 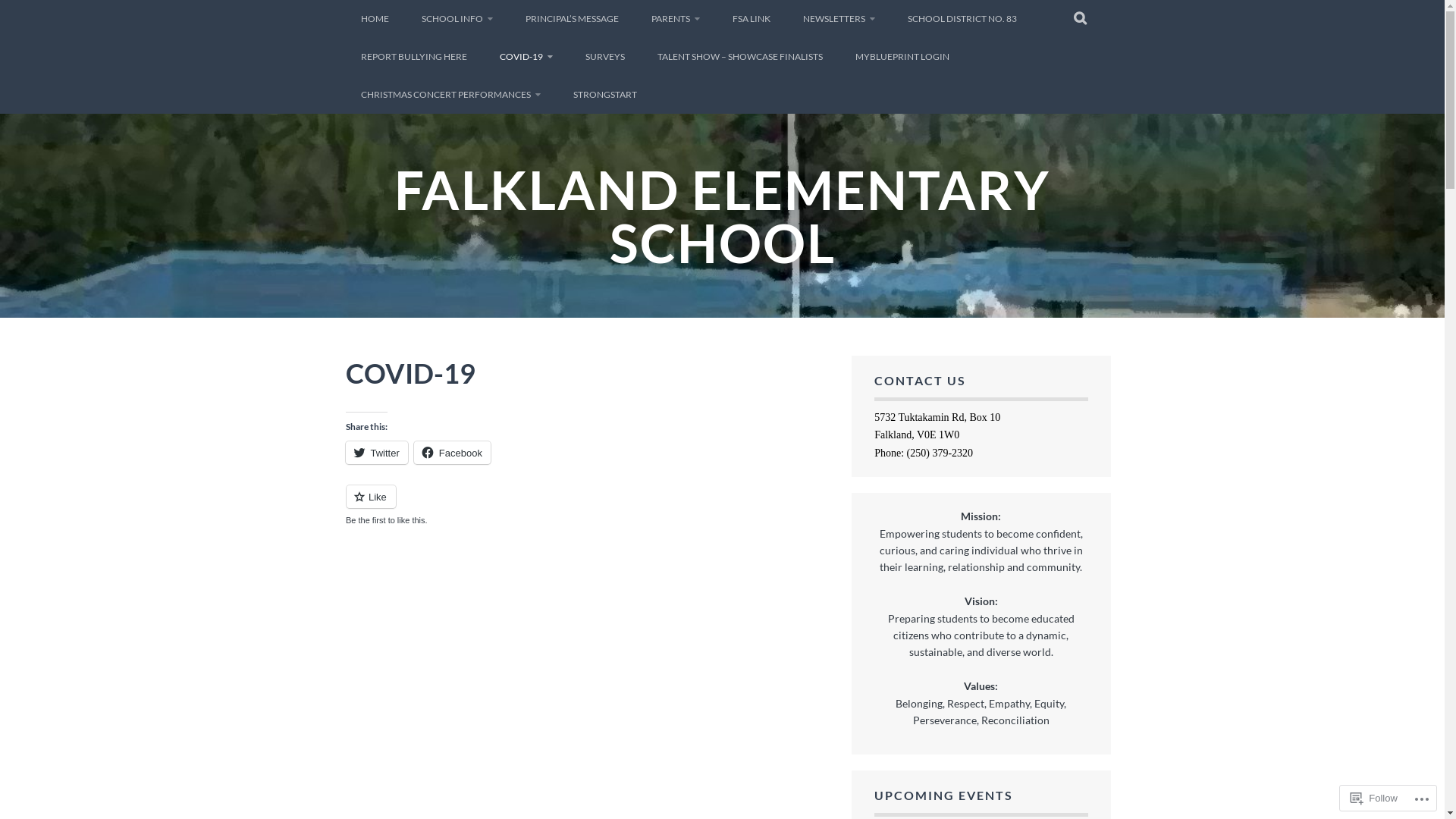 What do you see at coordinates (406, 18) in the screenshot?
I see `'SCHOOL INFO'` at bounding box center [406, 18].